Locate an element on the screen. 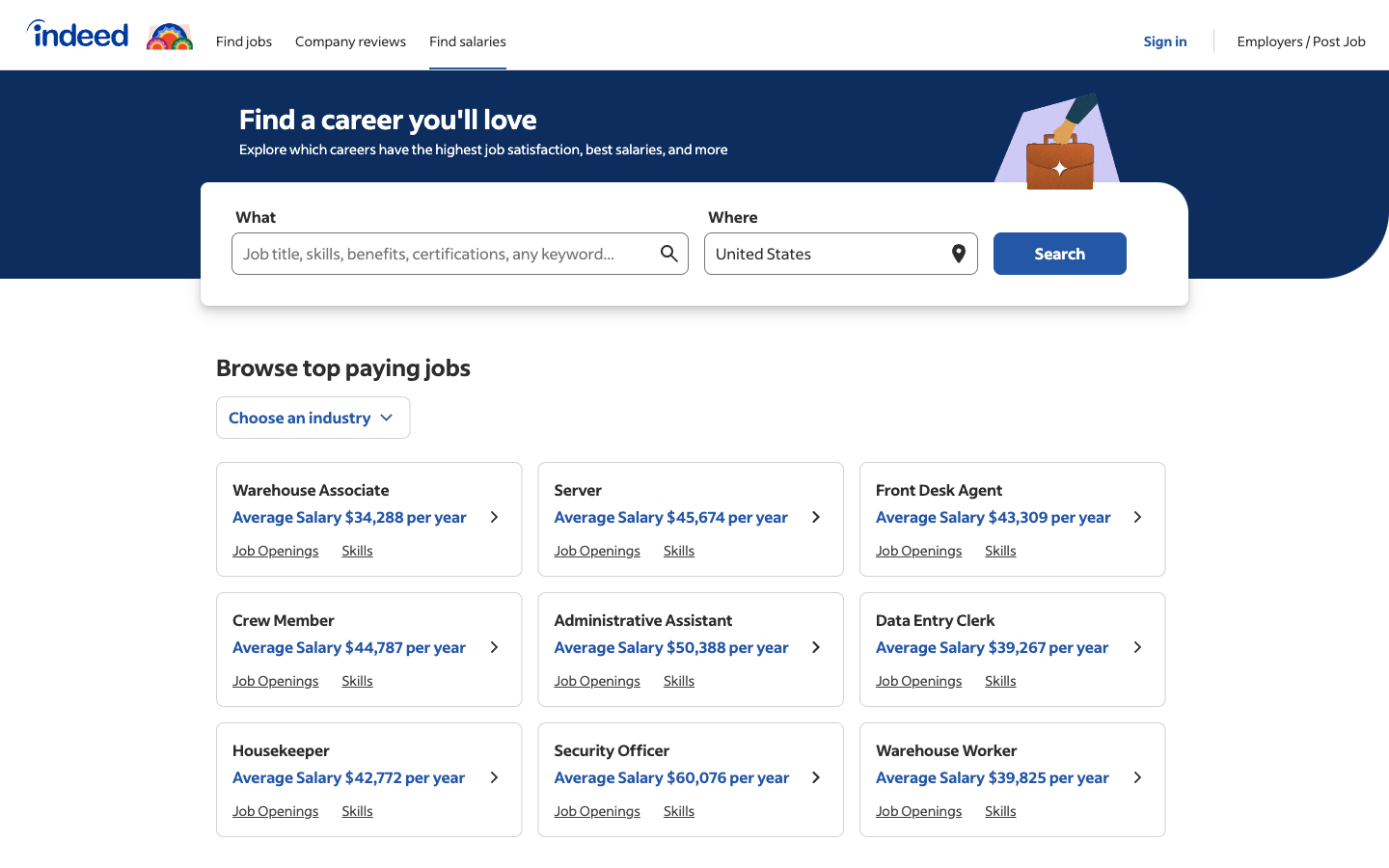 The width and height of the screenshot is (1389, 868). the industry selection for job search is located at coordinates (313, 417).